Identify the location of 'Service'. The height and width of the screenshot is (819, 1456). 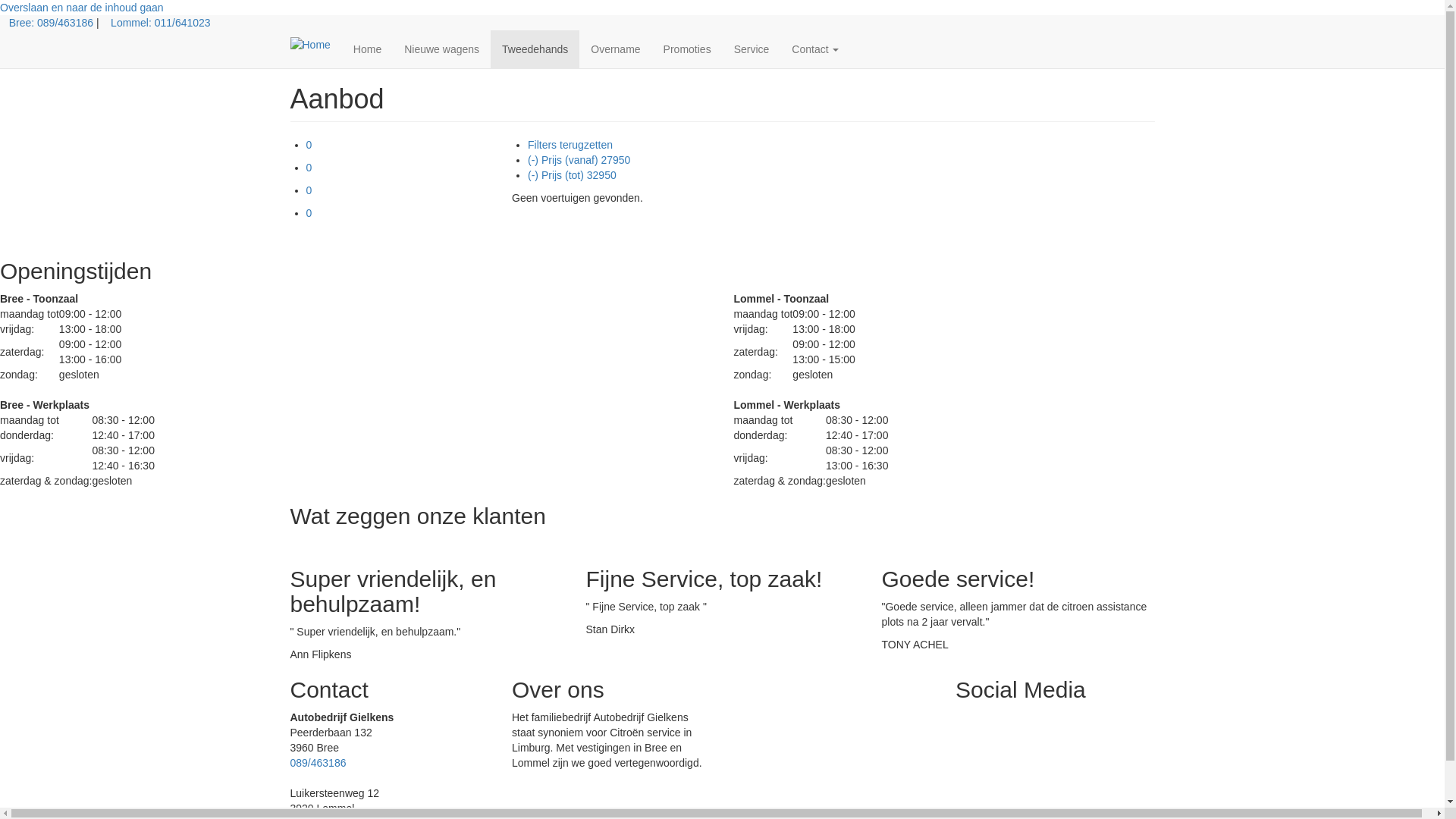
(752, 49).